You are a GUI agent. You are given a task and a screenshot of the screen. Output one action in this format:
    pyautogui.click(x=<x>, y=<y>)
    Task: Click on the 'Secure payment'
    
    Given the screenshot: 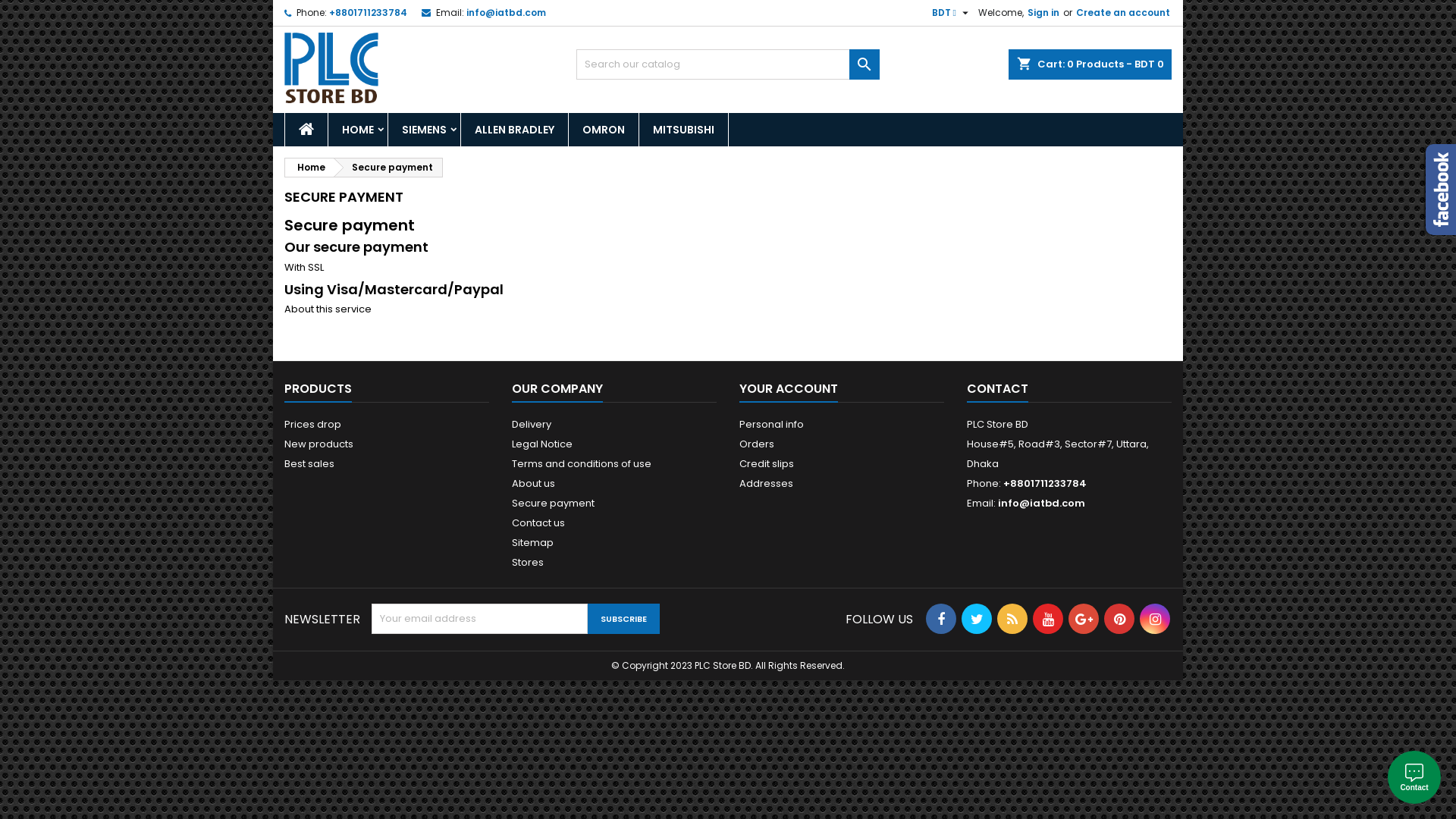 What is the action you would take?
    pyautogui.click(x=552, y=503)
    